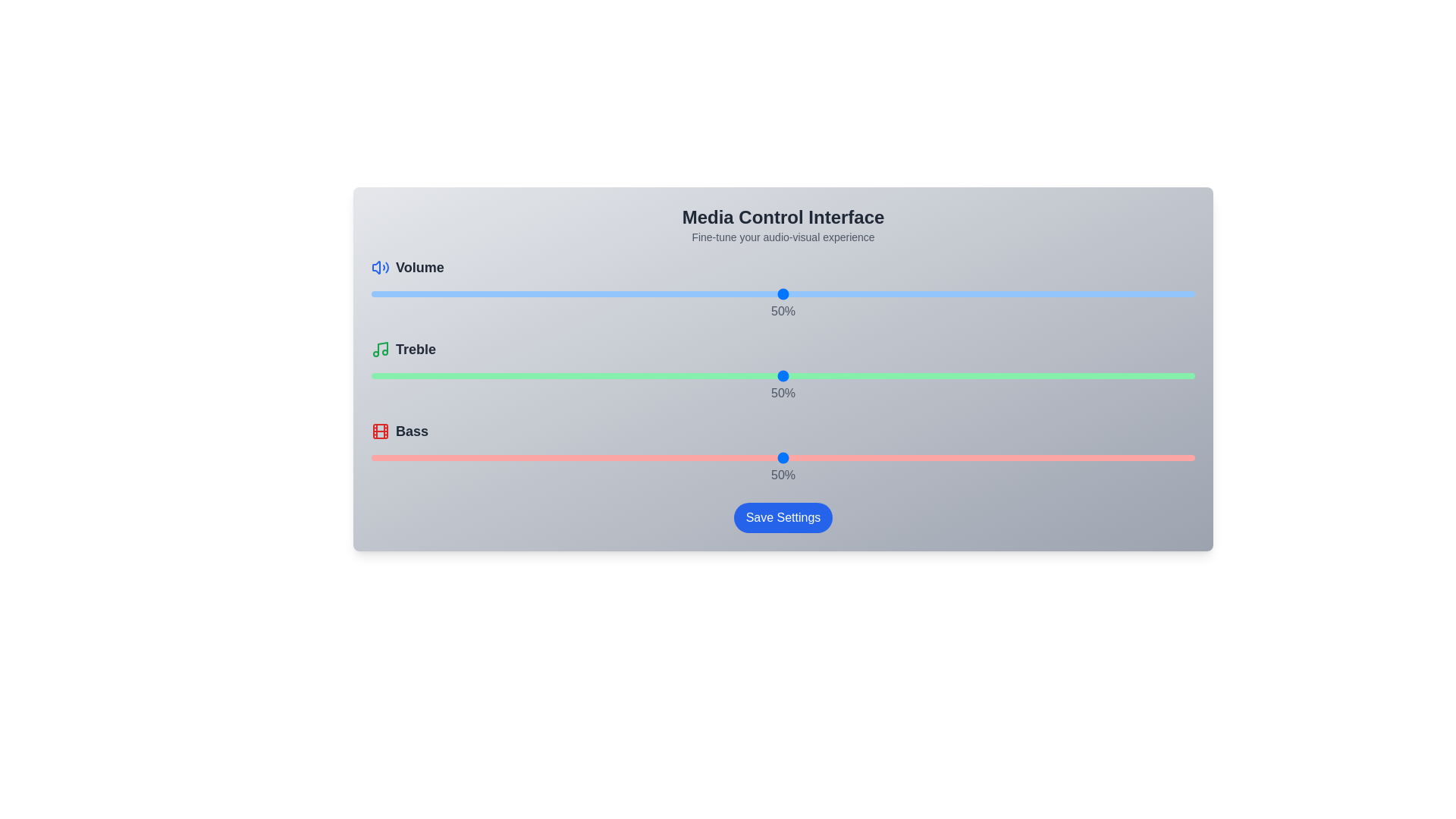  I want to click on bass level, so click(981, 457).